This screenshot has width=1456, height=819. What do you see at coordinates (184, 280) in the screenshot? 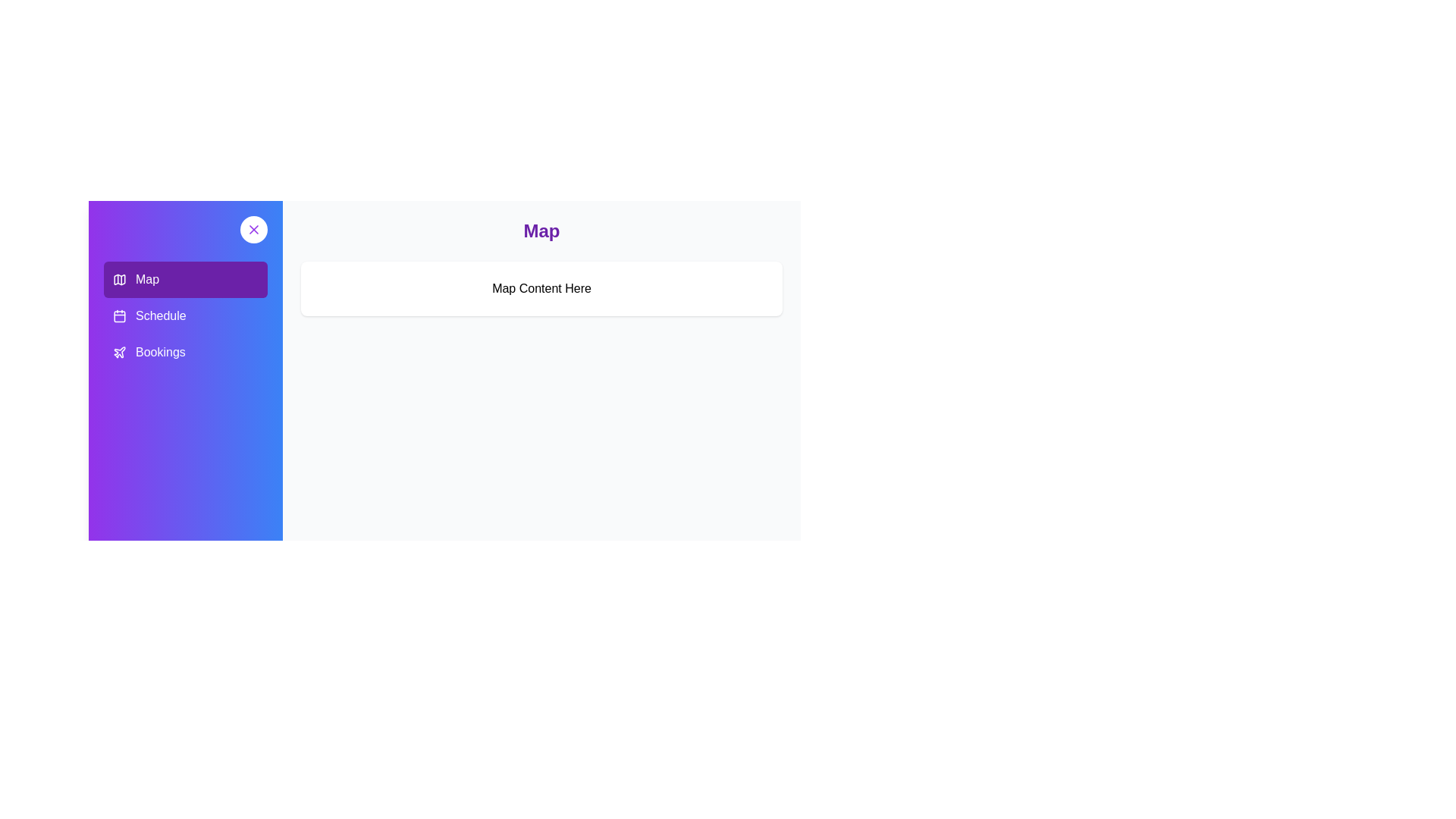
I see `the Map tab to observe its visual feedback` at bounding box center [184, 280].